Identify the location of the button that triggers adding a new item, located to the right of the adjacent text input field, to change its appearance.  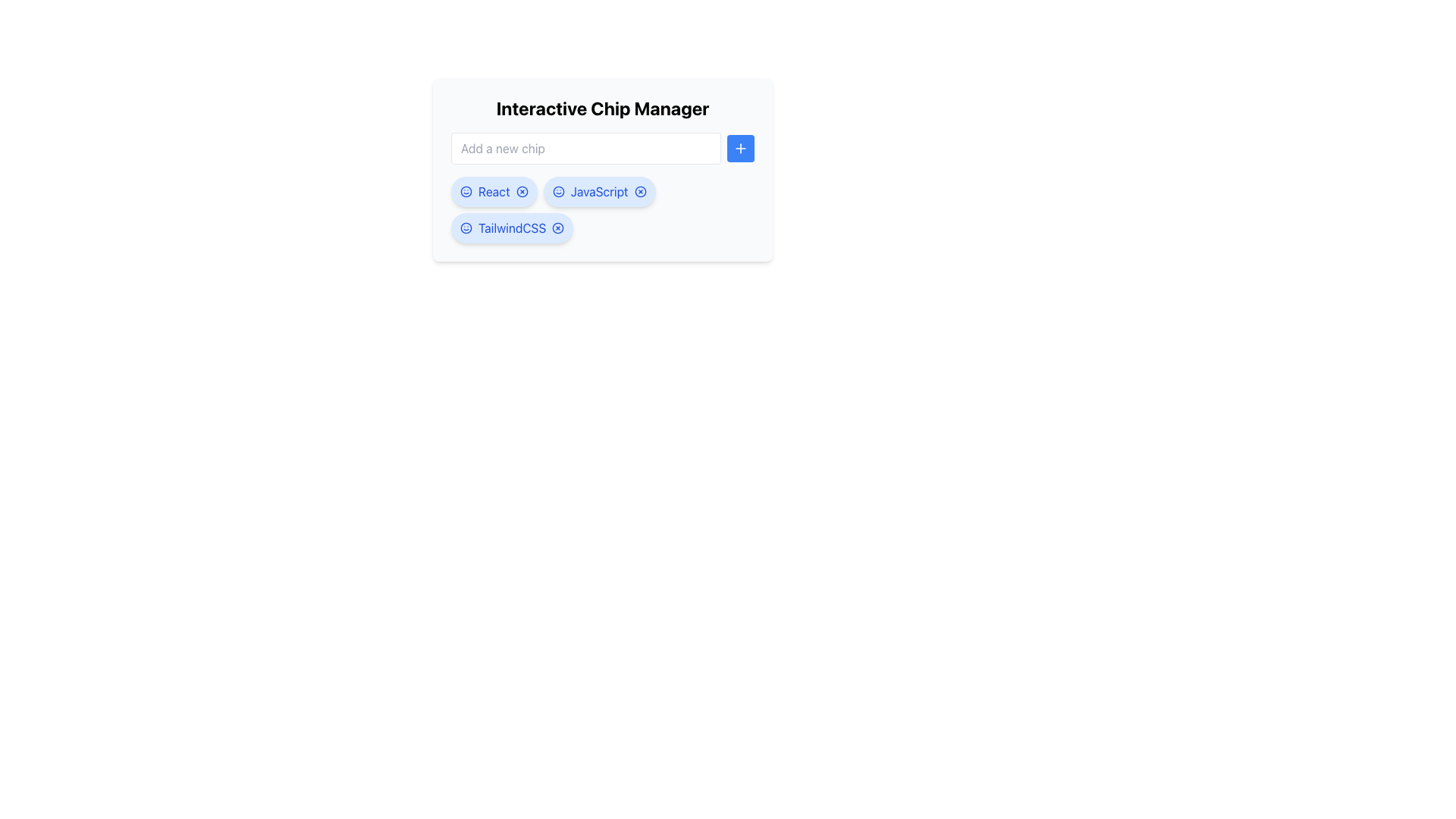
(741, 149).